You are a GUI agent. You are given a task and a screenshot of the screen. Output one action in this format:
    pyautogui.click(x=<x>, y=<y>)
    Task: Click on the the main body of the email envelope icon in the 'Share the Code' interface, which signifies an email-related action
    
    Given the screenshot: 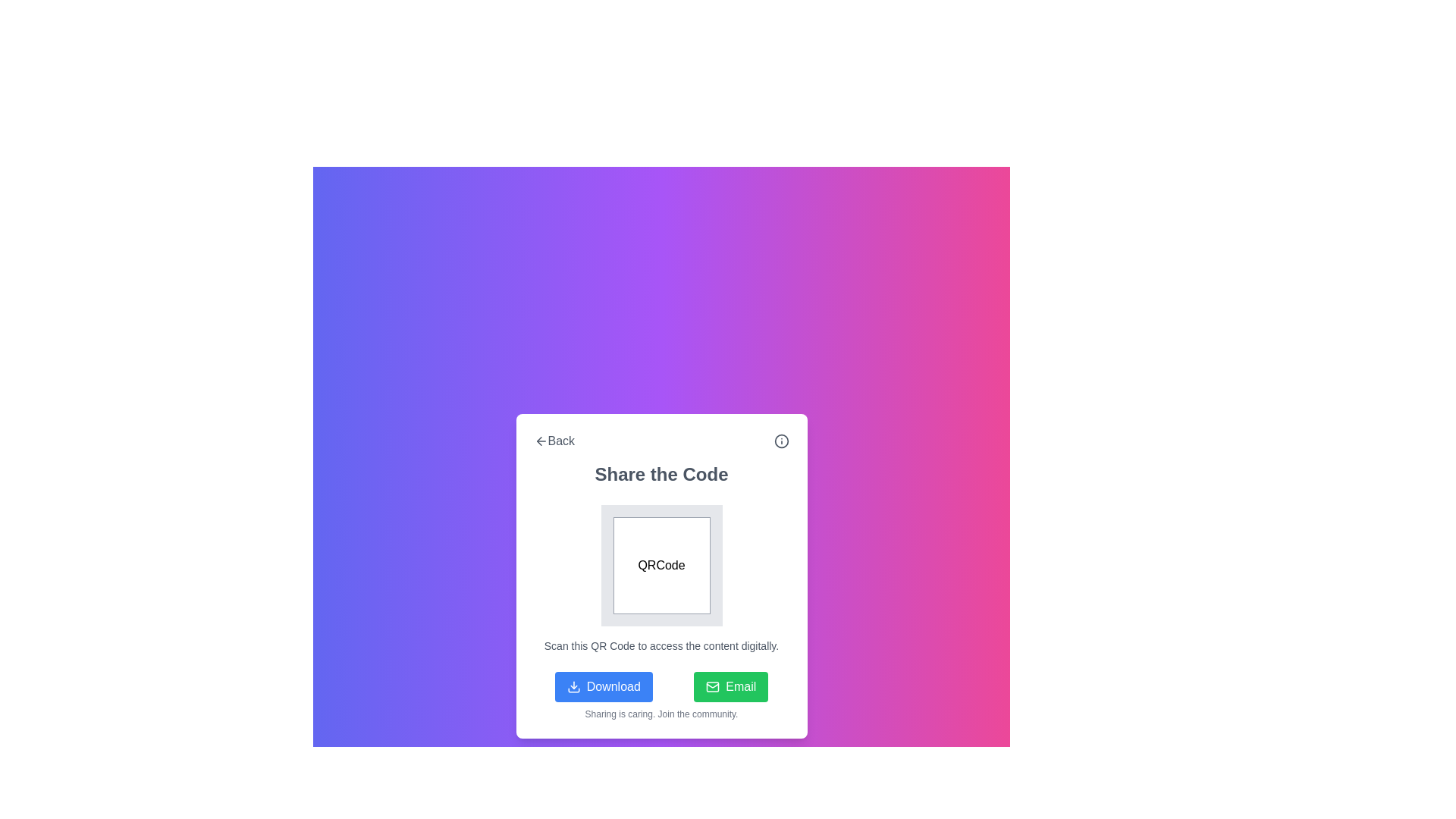 What is the action you would take?
    pyautogui.click(x=712, y=687)
    